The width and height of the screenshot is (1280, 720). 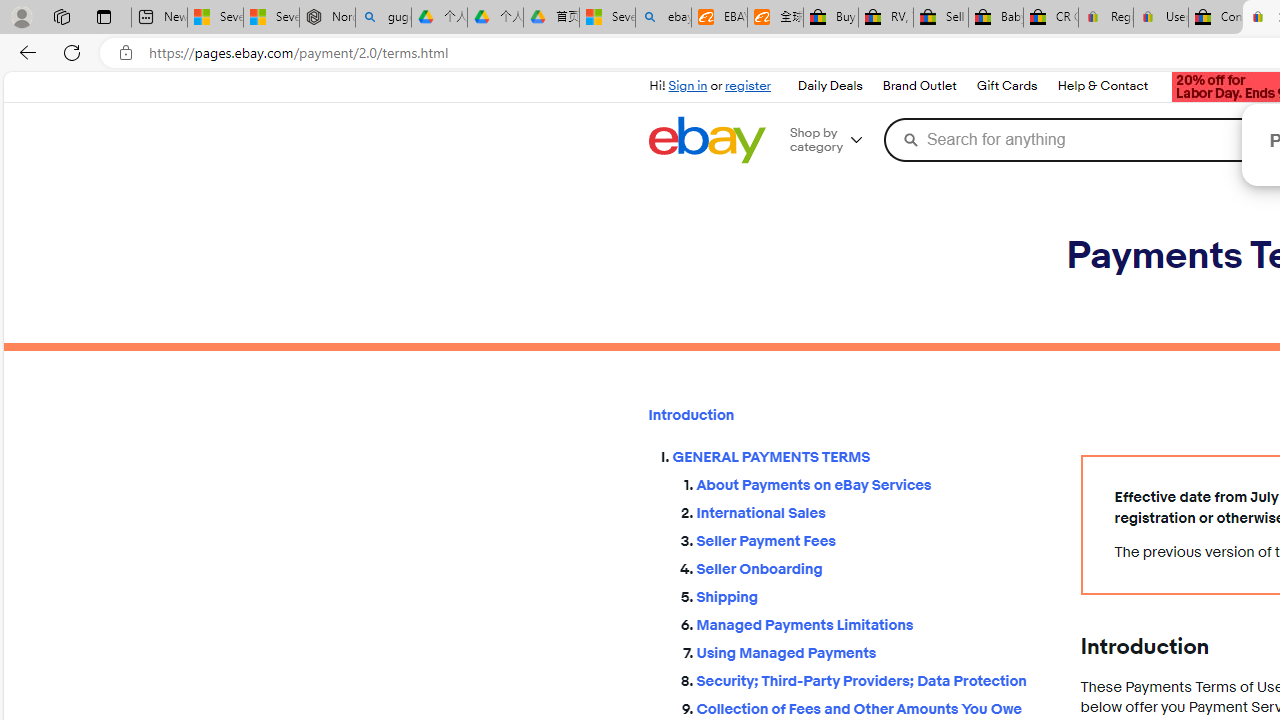 What do you see at coordinates (1006, 86) in the screenshot?
I see `'Gift Cards'` at bounding box center [1006, 86].